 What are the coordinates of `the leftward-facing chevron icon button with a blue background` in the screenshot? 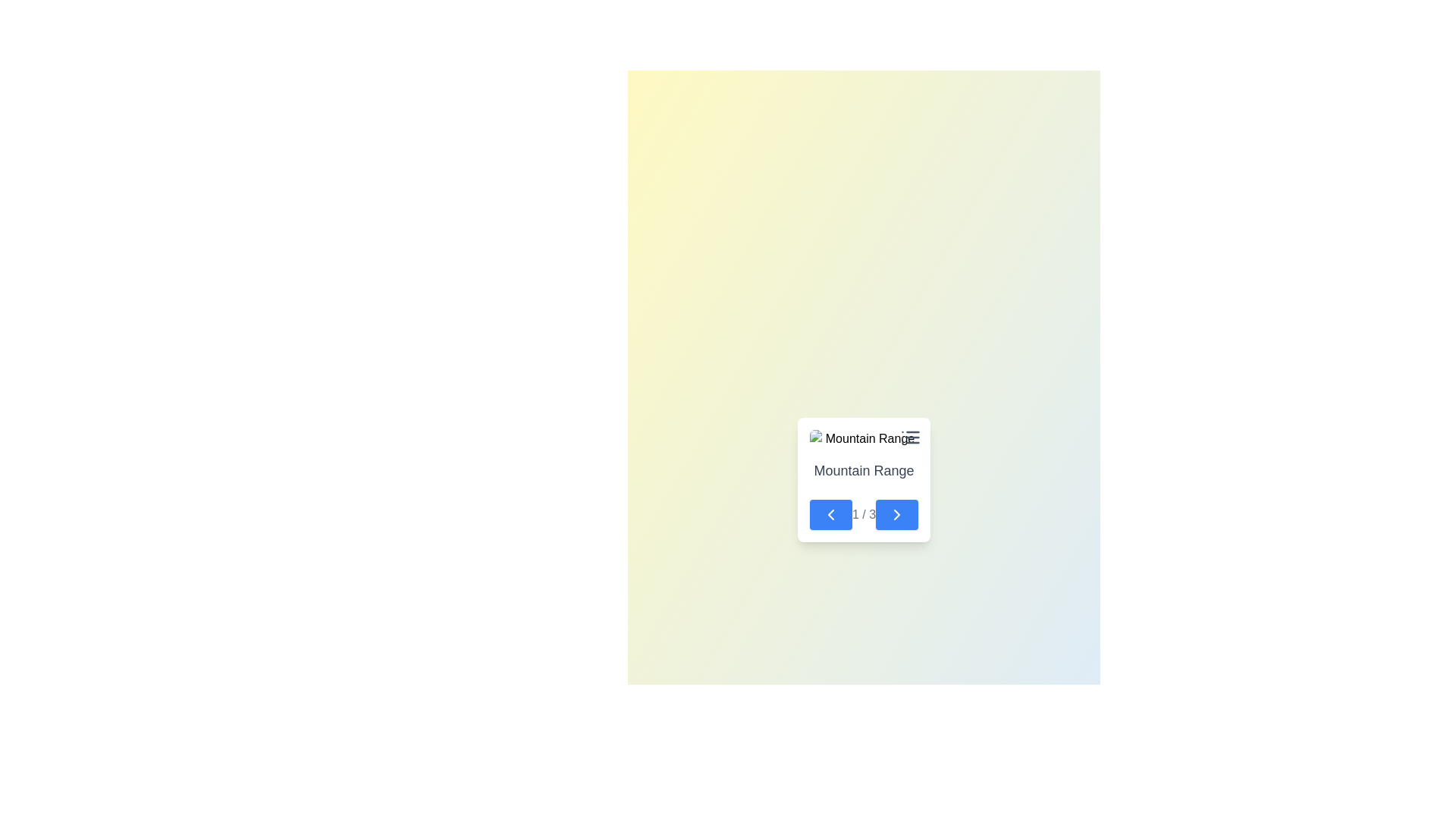 It's located at (830, 513).